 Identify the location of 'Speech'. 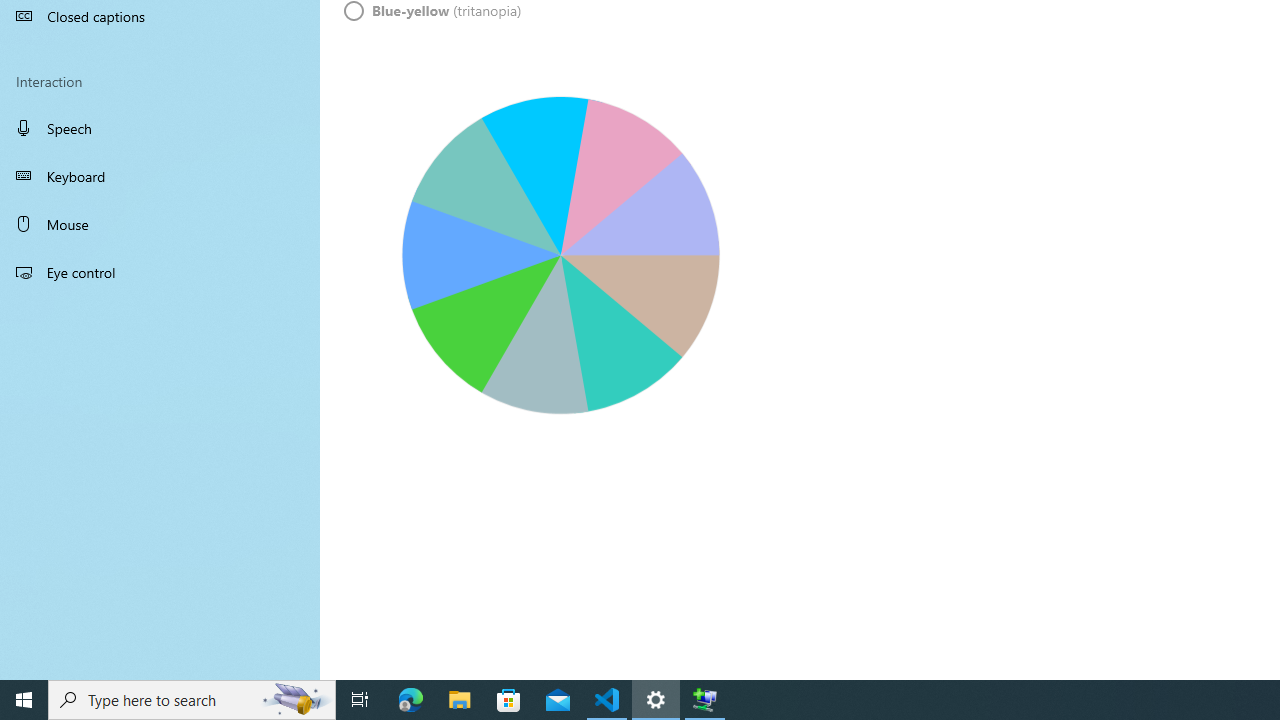
(160, 127).